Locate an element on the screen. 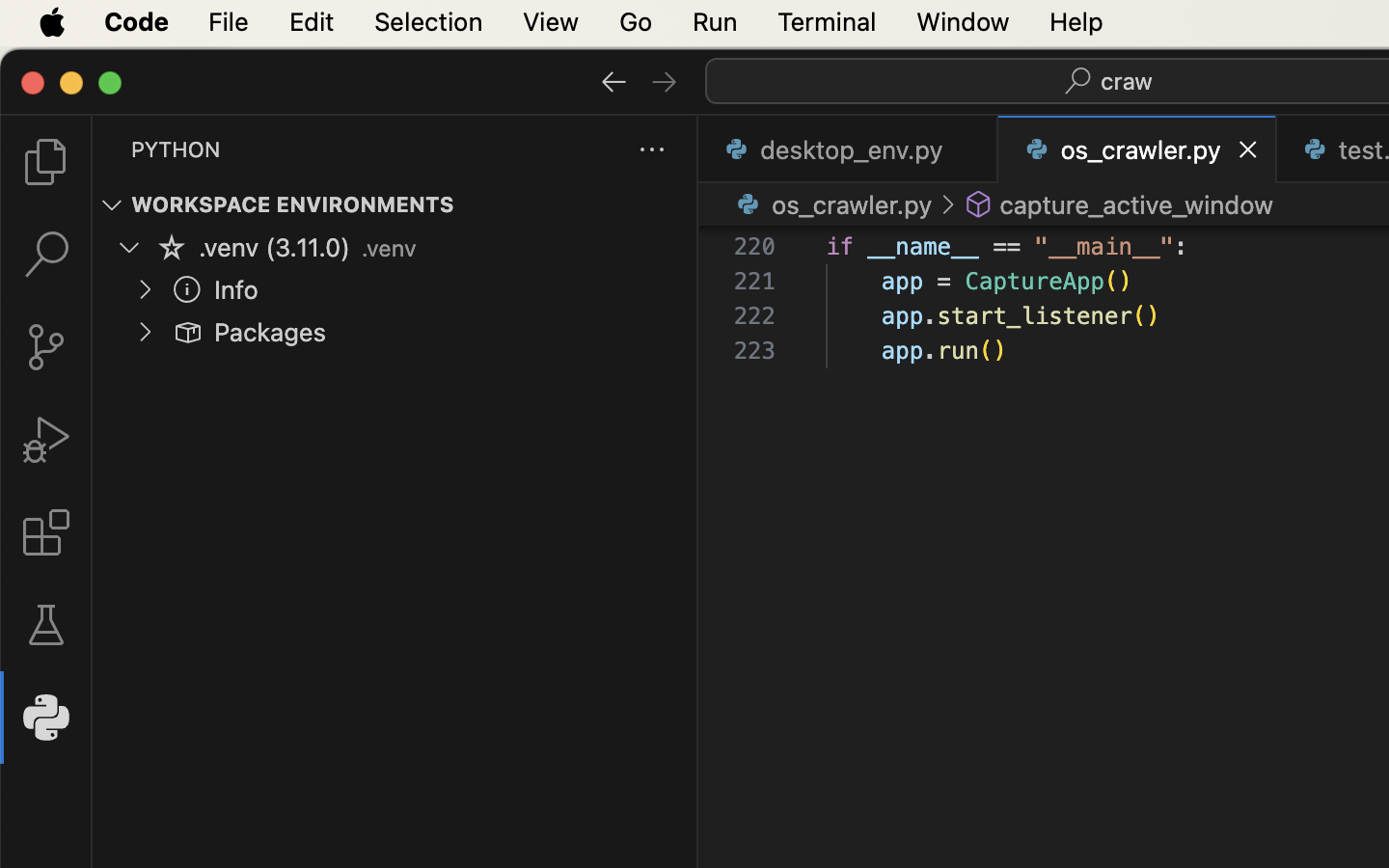  '' is located at coordinates (112, 204).